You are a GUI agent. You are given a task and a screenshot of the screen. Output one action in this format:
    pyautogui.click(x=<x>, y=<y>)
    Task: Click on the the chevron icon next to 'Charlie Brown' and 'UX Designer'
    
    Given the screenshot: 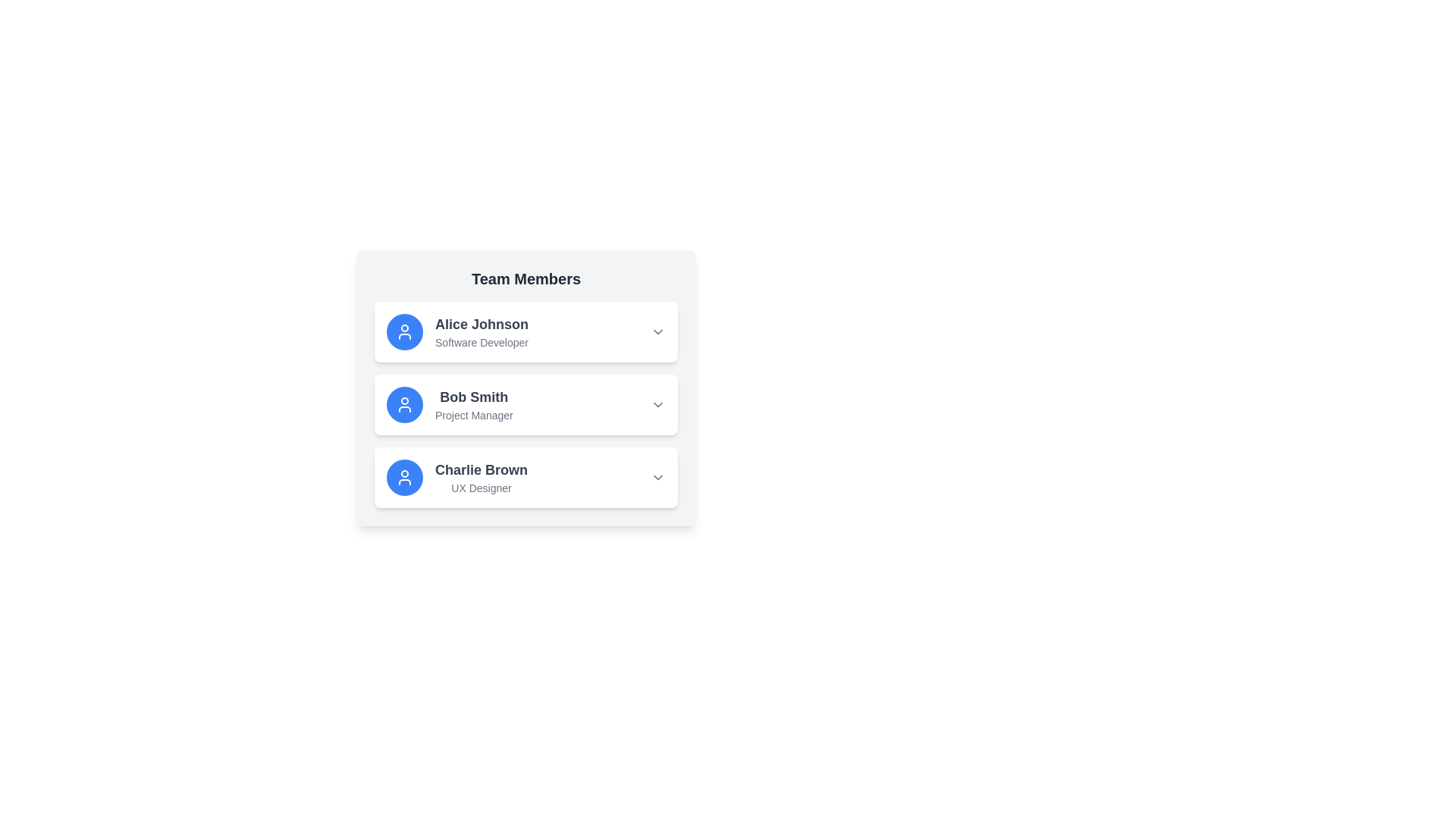 What is the action you would take?
    pyautogui.click(x=658, y=476)
    